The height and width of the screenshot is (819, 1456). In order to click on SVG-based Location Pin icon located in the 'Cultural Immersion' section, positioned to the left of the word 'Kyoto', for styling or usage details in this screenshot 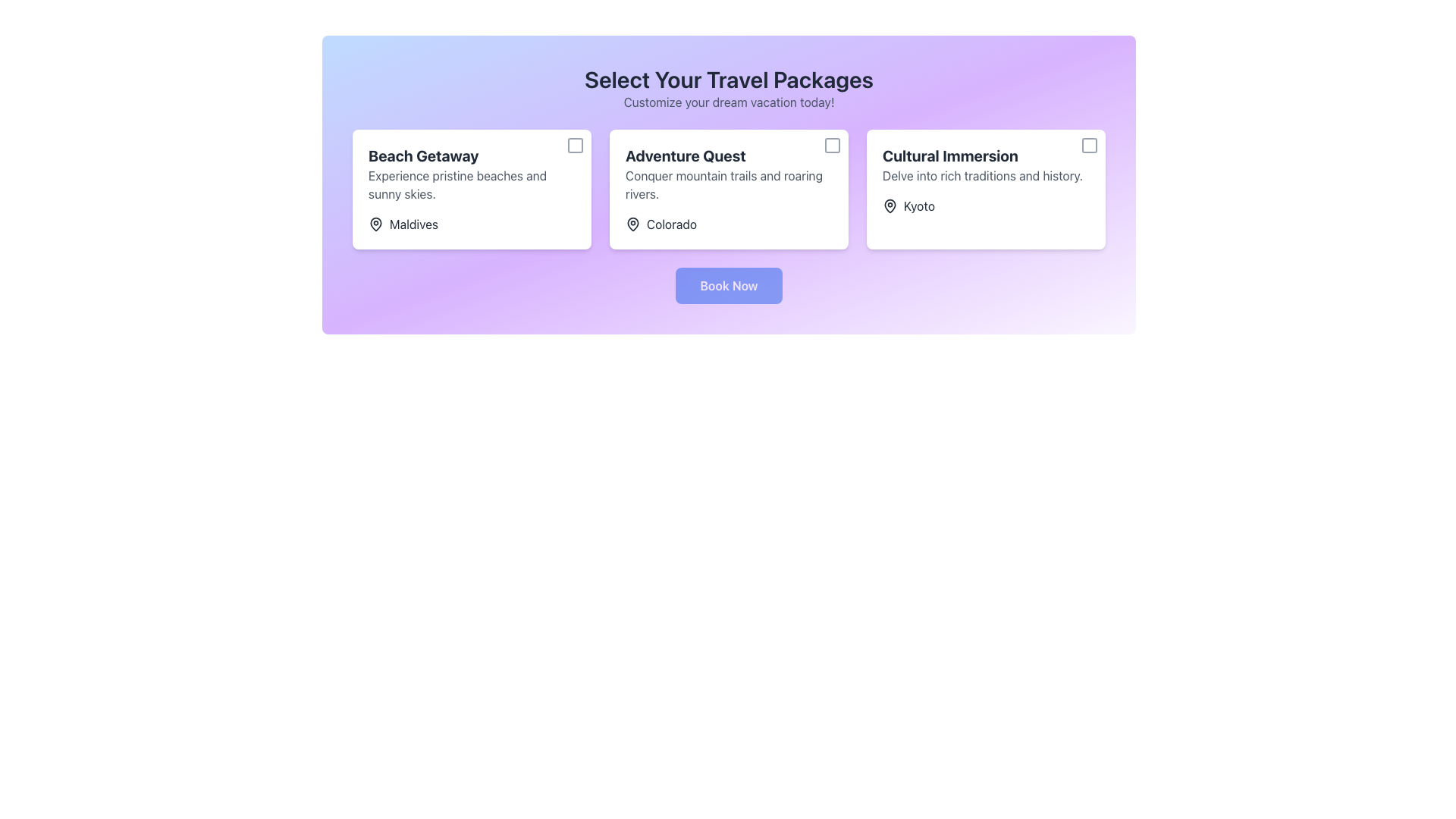, I will do `click(890, 206)`.